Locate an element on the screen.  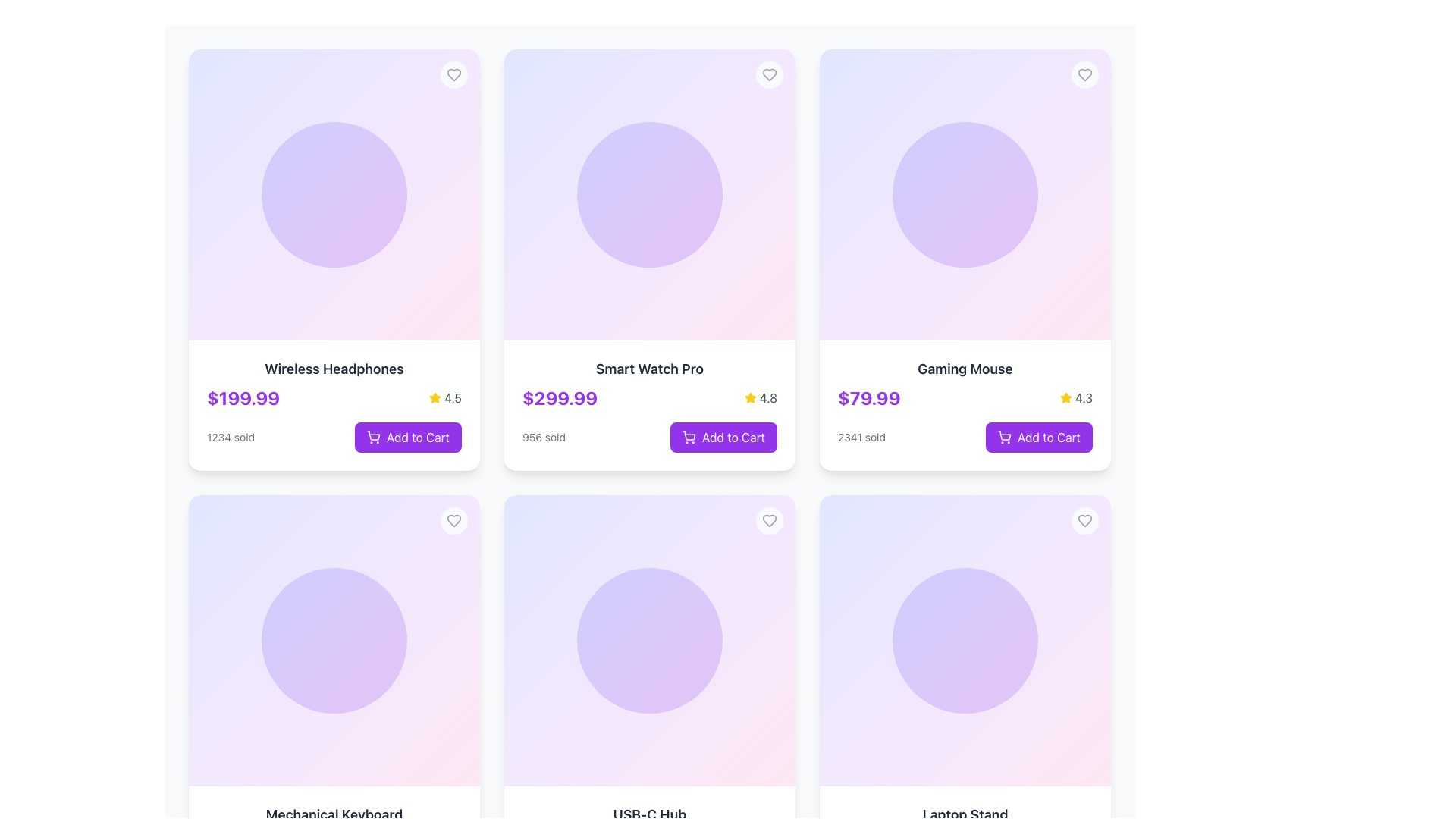
the decorative circular UI element with a gradient background transitioning from indigo to purple, positioned at the top-center of the product information section for 'Smart Watch Pro' is located at coordinates (650, 194).